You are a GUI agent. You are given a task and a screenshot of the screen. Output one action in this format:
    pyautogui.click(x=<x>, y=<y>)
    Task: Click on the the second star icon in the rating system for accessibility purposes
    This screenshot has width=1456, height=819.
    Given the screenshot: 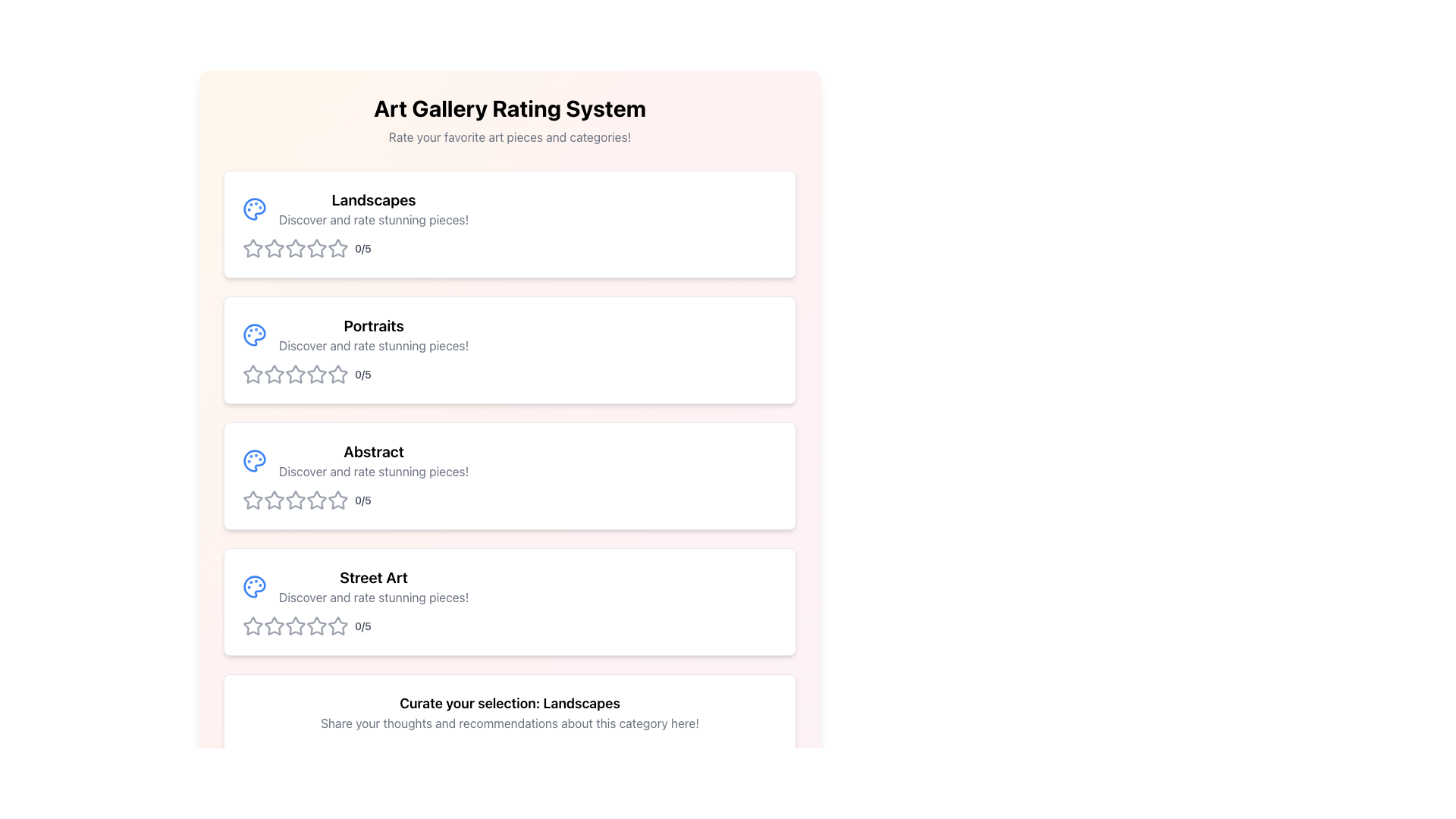 What is the action you would take?
    pyautogui.click(x=274, y=374)
    